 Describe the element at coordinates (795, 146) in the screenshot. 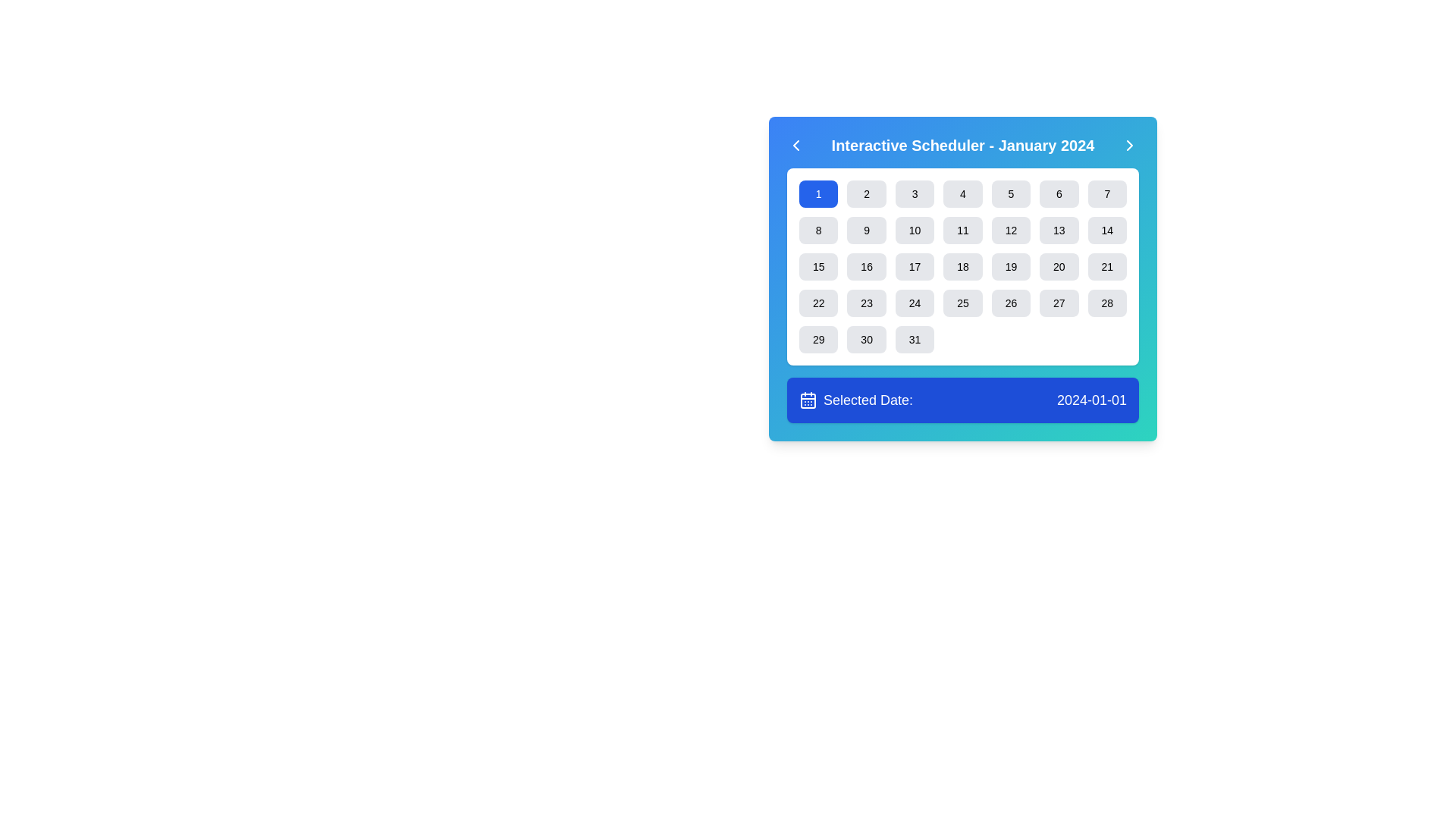

I see `the left chevron icon button located at the left end of the header titled 'Interactive Scheduler - January 2024'` at that location.